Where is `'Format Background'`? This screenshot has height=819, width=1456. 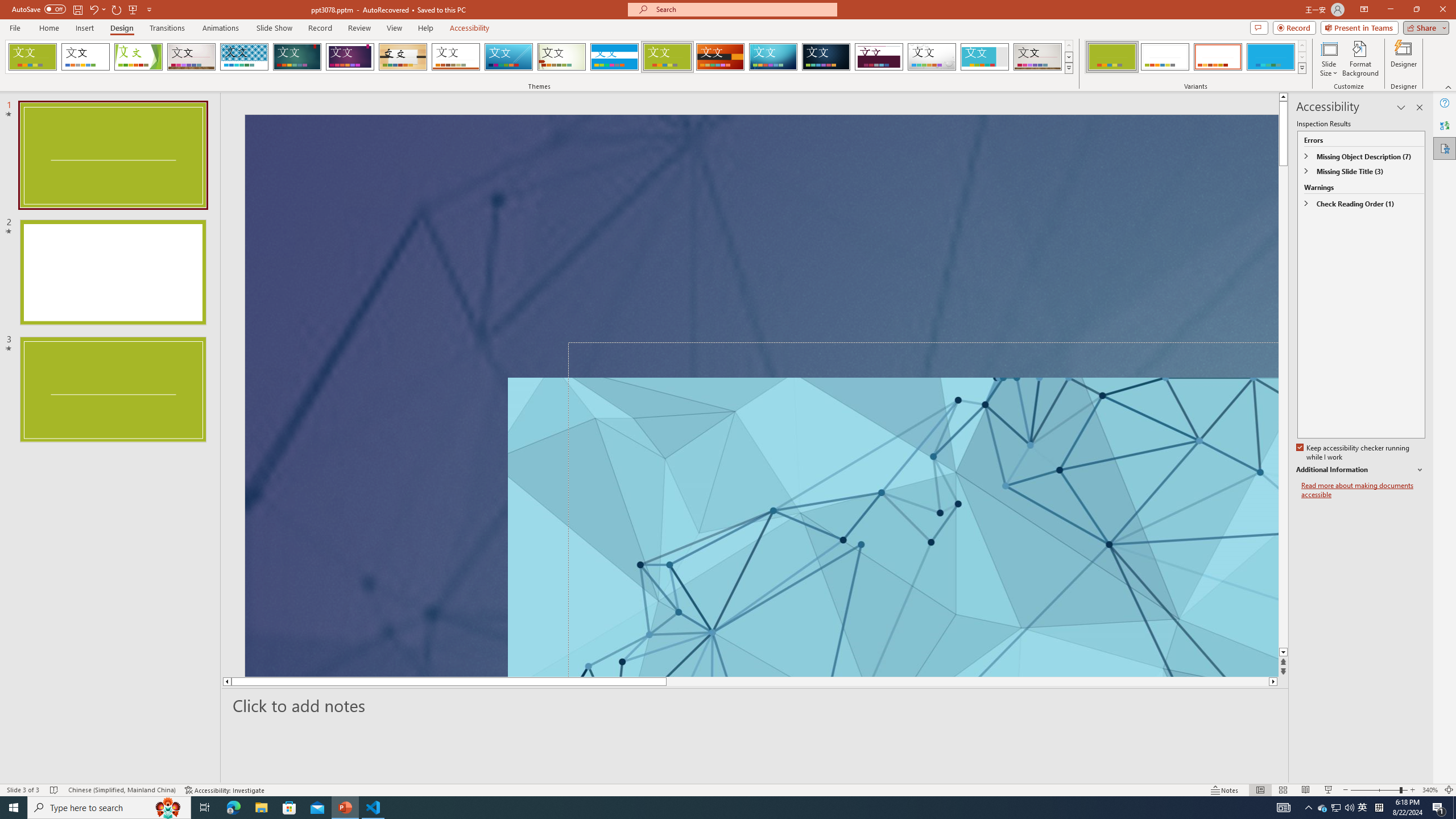 'Format Background' is located at coordinates (1360, 59).